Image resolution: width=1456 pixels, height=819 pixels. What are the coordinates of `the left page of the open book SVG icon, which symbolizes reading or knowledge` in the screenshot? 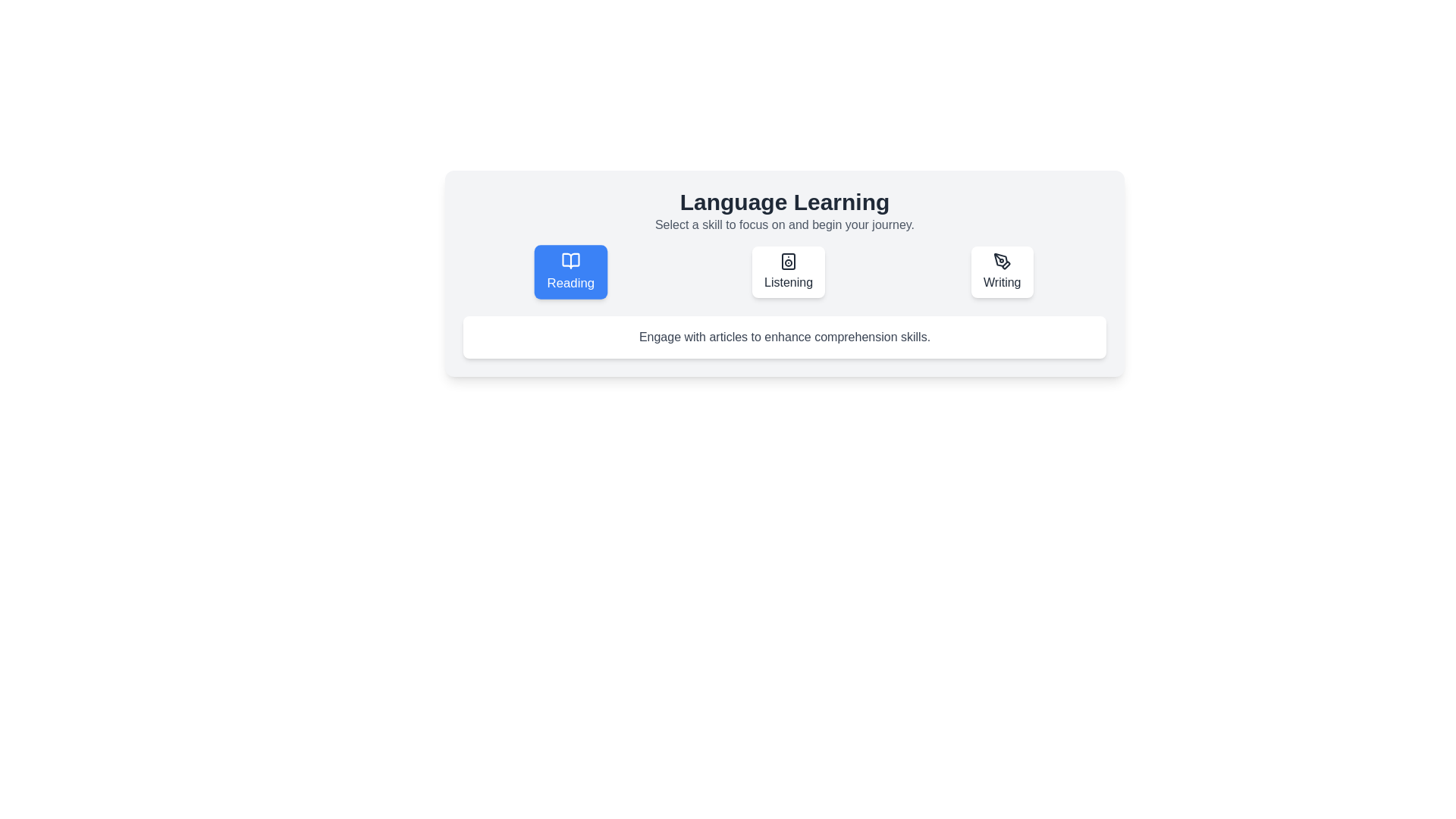 It's located at (570, 260).